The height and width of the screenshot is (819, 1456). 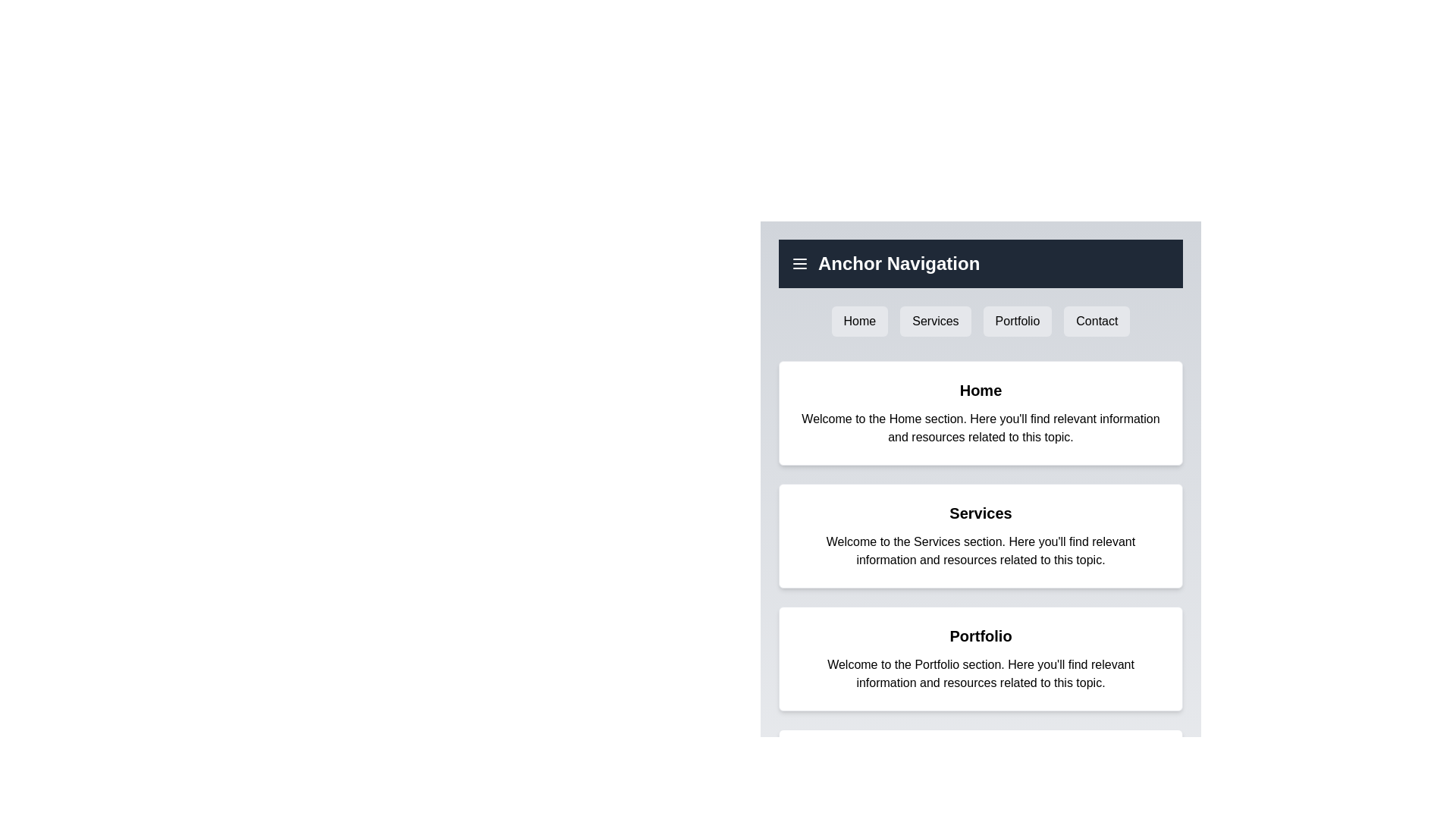 I want to click on the navigation bar containing the links 'Home', 'Services', 'Portfolio', and 'Contact', so click(x=981, y=321).